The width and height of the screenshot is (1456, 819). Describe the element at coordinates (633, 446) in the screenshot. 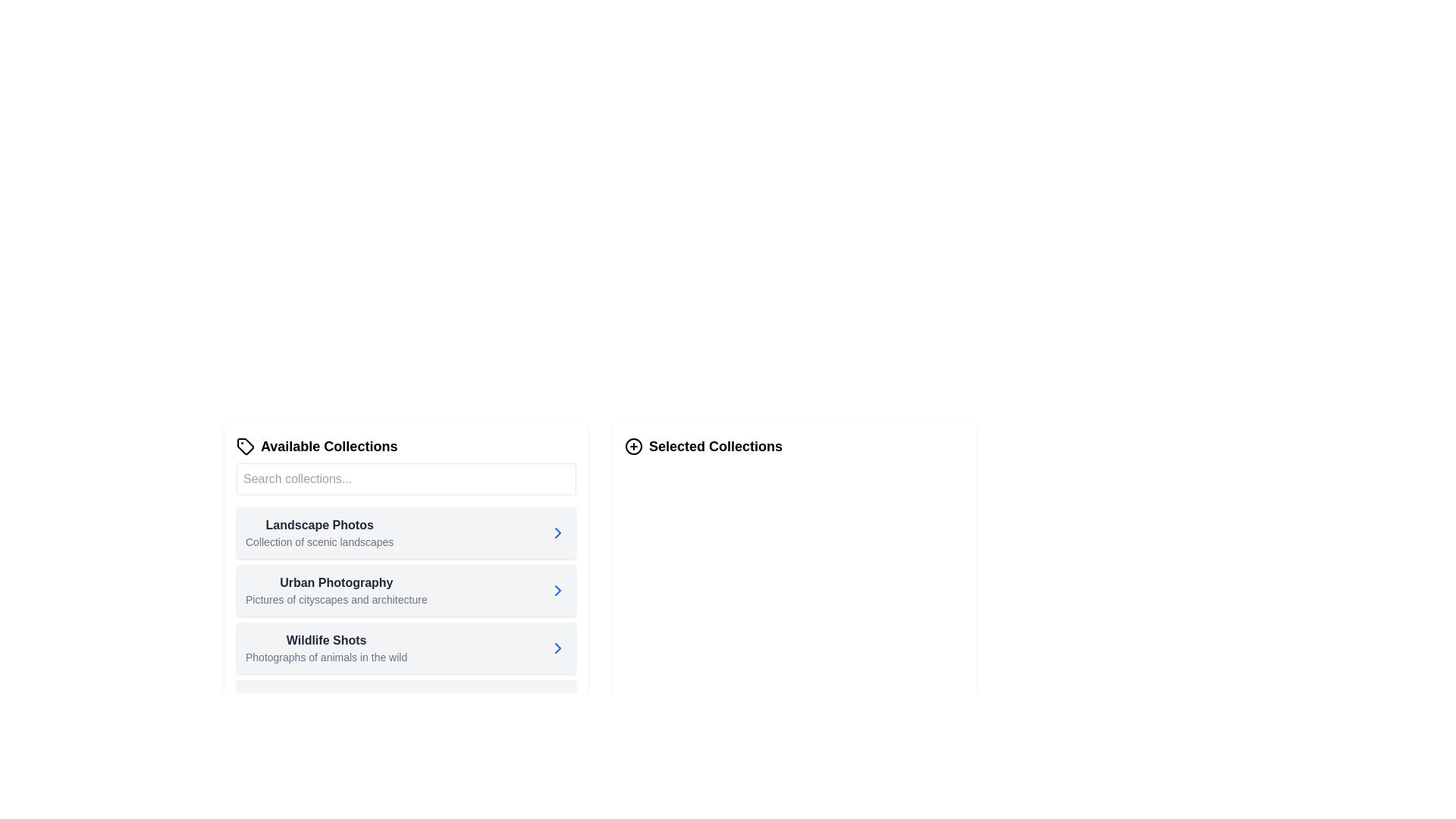

I see `the add item button located to the left of the 'Selected Collections' text` at that location.